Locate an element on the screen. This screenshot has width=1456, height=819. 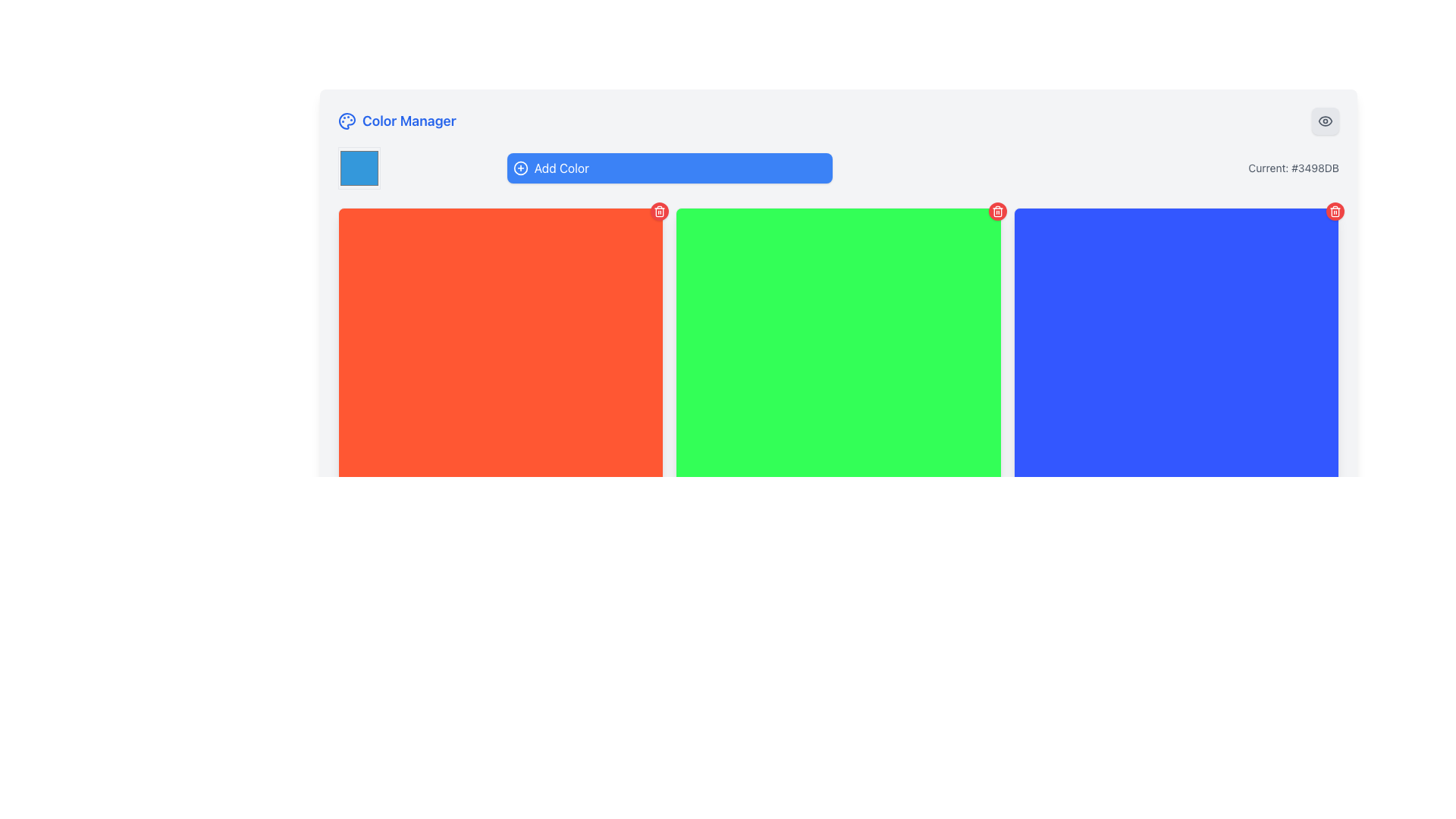
the 'Add Color' button in the Color Manager section for keyboard interaction is located at coordinates (837, 168).